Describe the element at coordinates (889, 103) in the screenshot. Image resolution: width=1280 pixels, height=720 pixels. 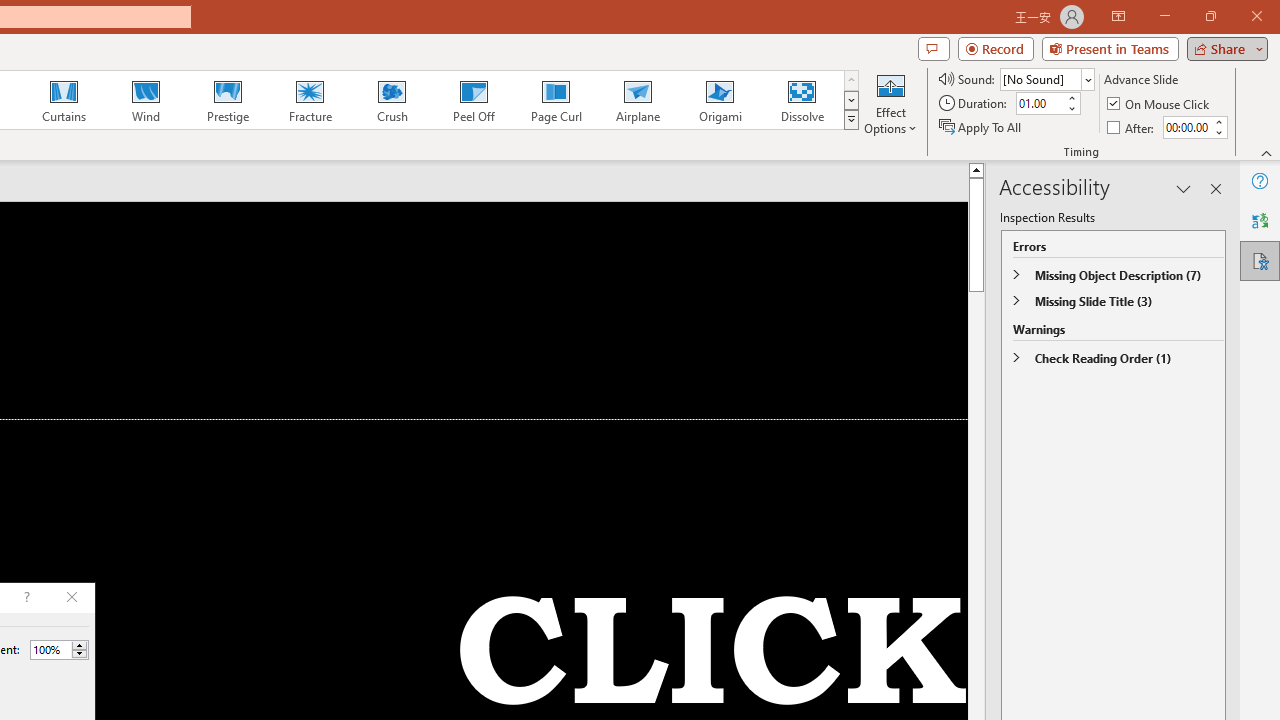
I see `'Effect Options'` at that location.